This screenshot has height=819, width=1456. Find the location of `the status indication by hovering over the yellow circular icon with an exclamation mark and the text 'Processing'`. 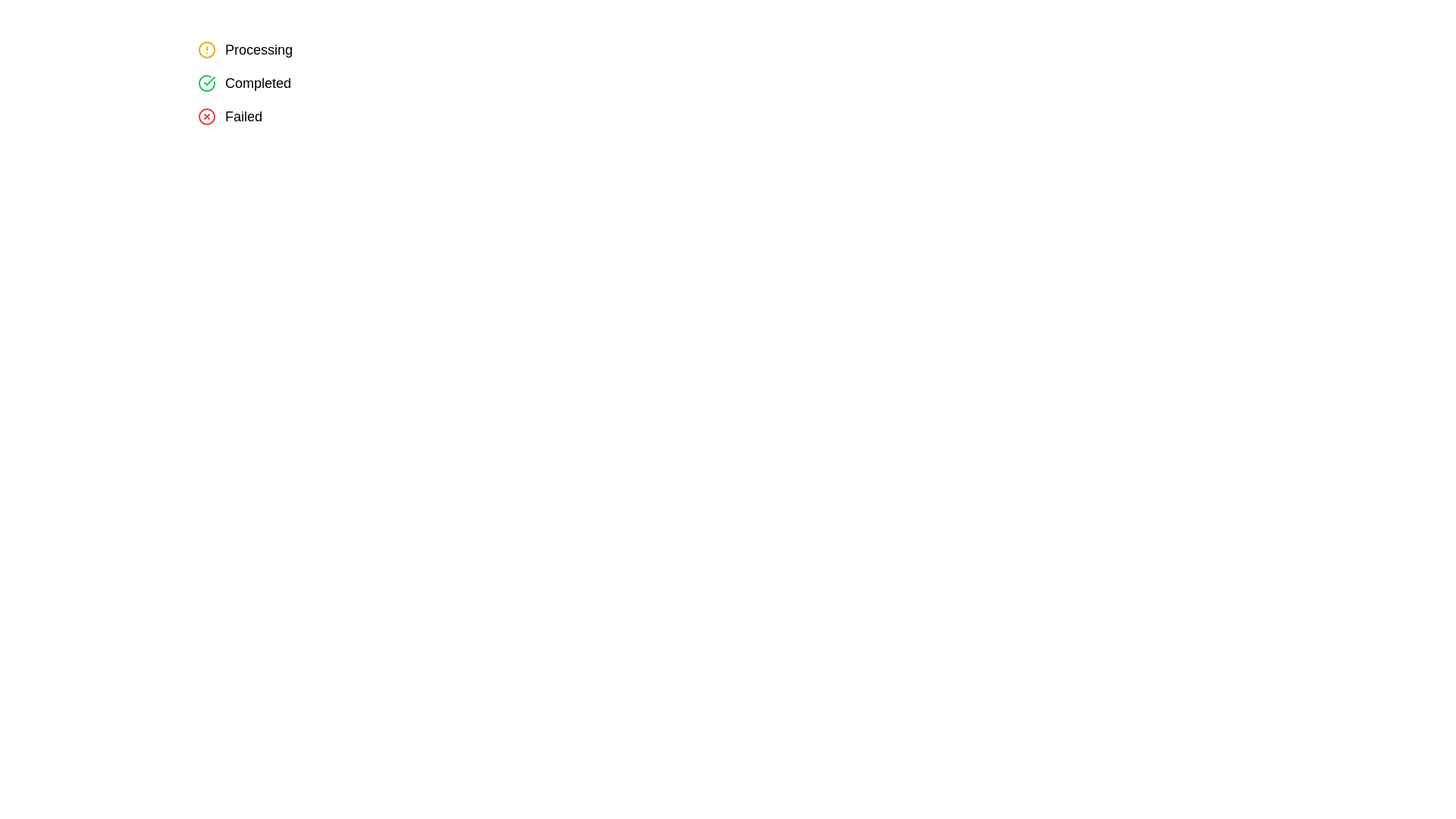

the status indication by hovering over the yellow circular icon with an exclamation mark and the text 'Processing' is located at coordinates (245, 49).